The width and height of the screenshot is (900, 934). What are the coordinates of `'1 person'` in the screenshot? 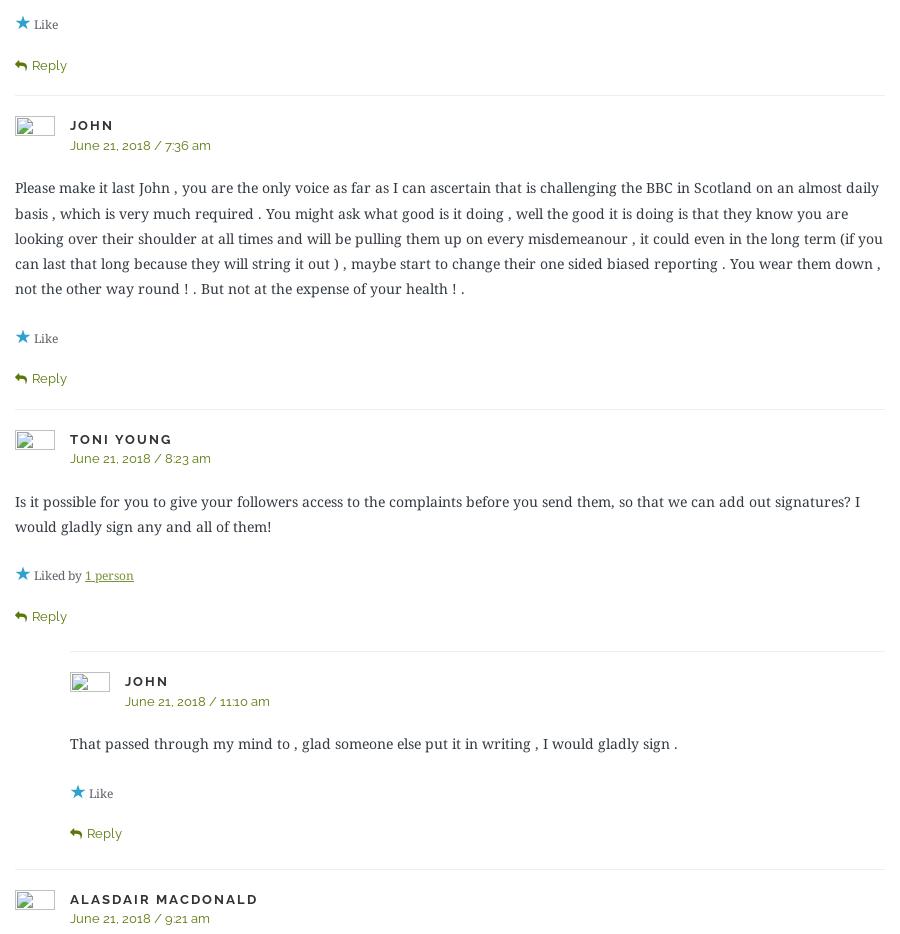 It's located at (83, 574).